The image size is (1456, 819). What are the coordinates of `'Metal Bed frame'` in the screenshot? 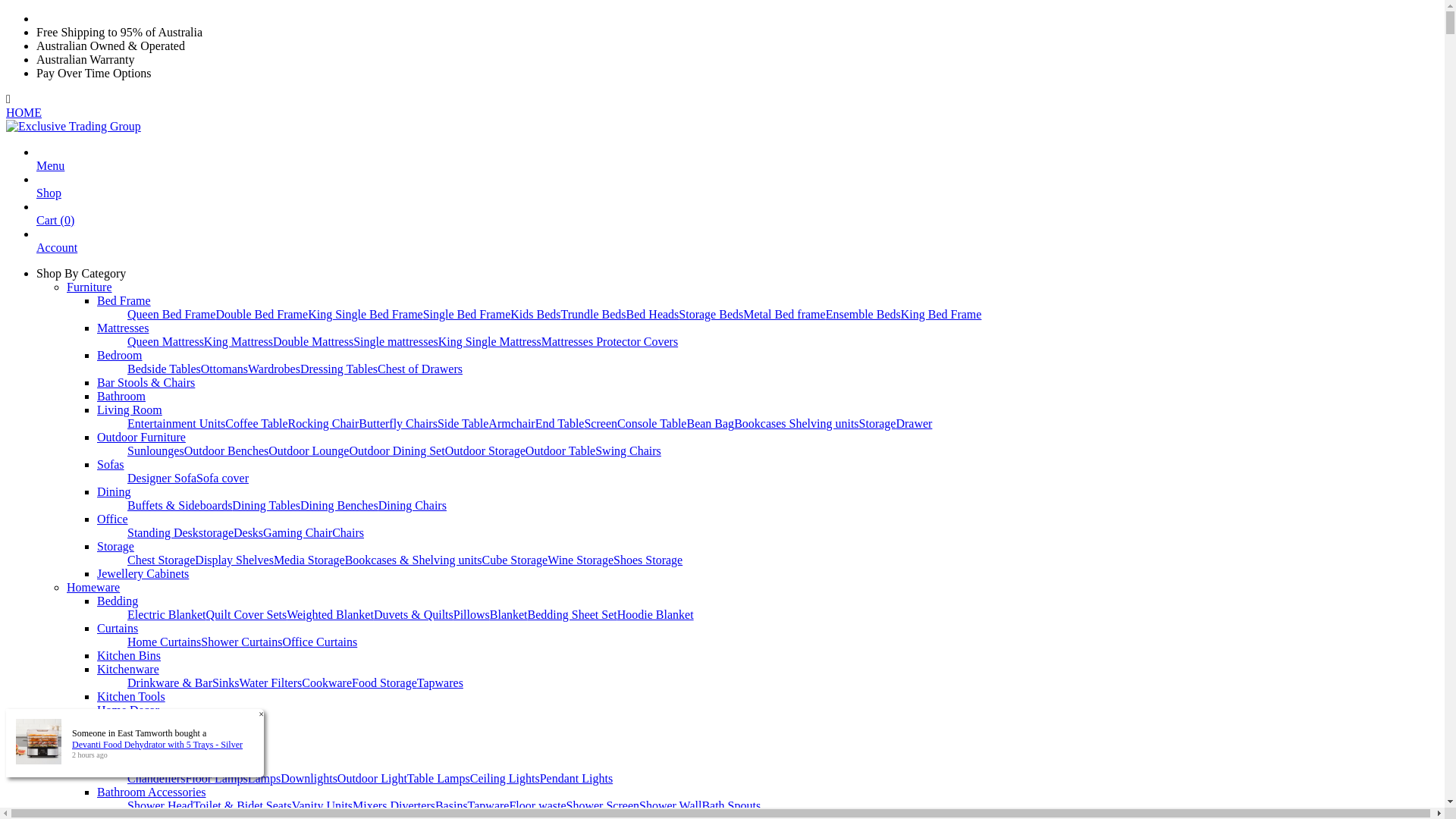 It's located at (783, 313).